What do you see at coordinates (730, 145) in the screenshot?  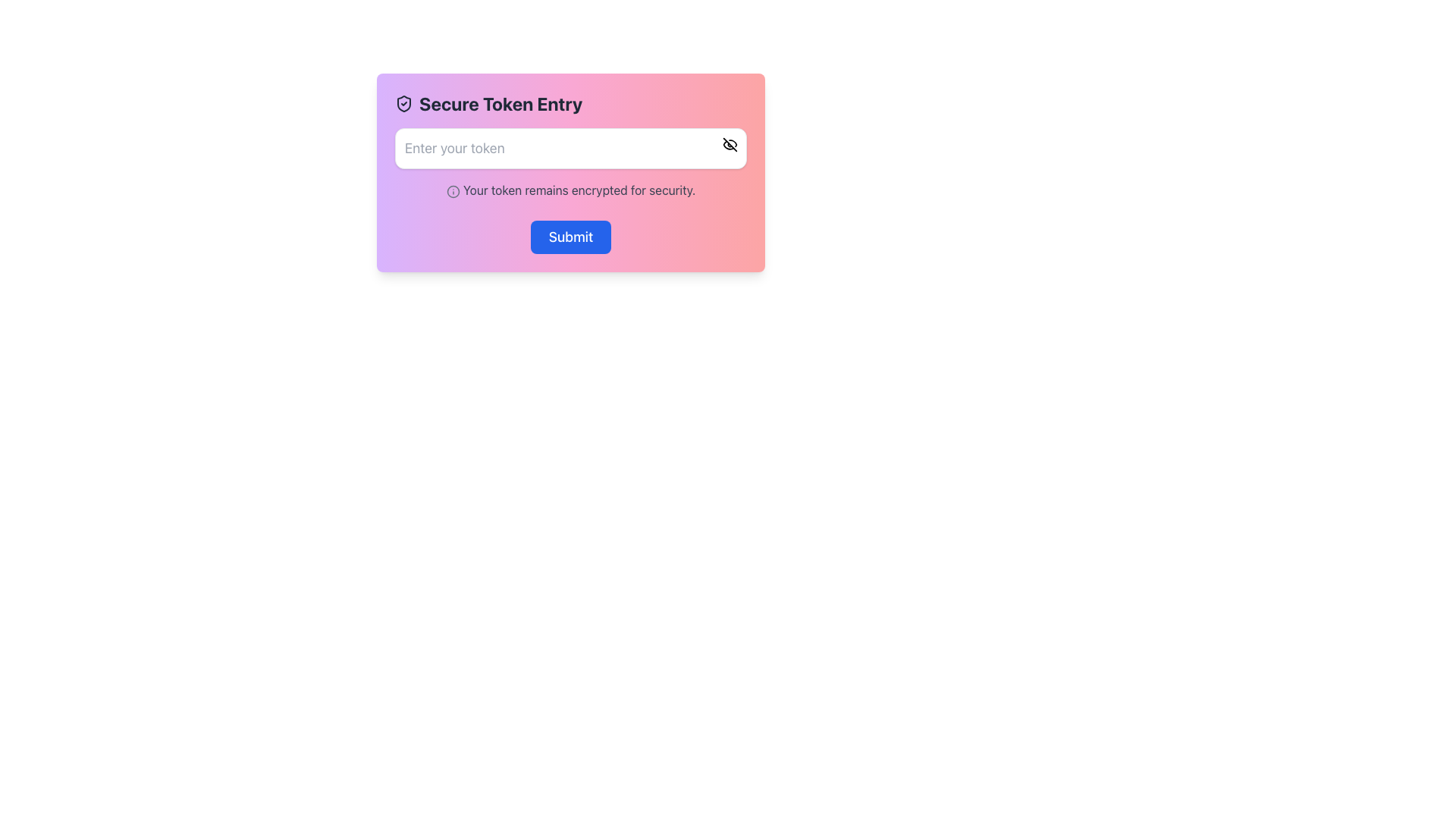 I see `the input field labeled 'Enter your token'` at bounding box center [730, 145].